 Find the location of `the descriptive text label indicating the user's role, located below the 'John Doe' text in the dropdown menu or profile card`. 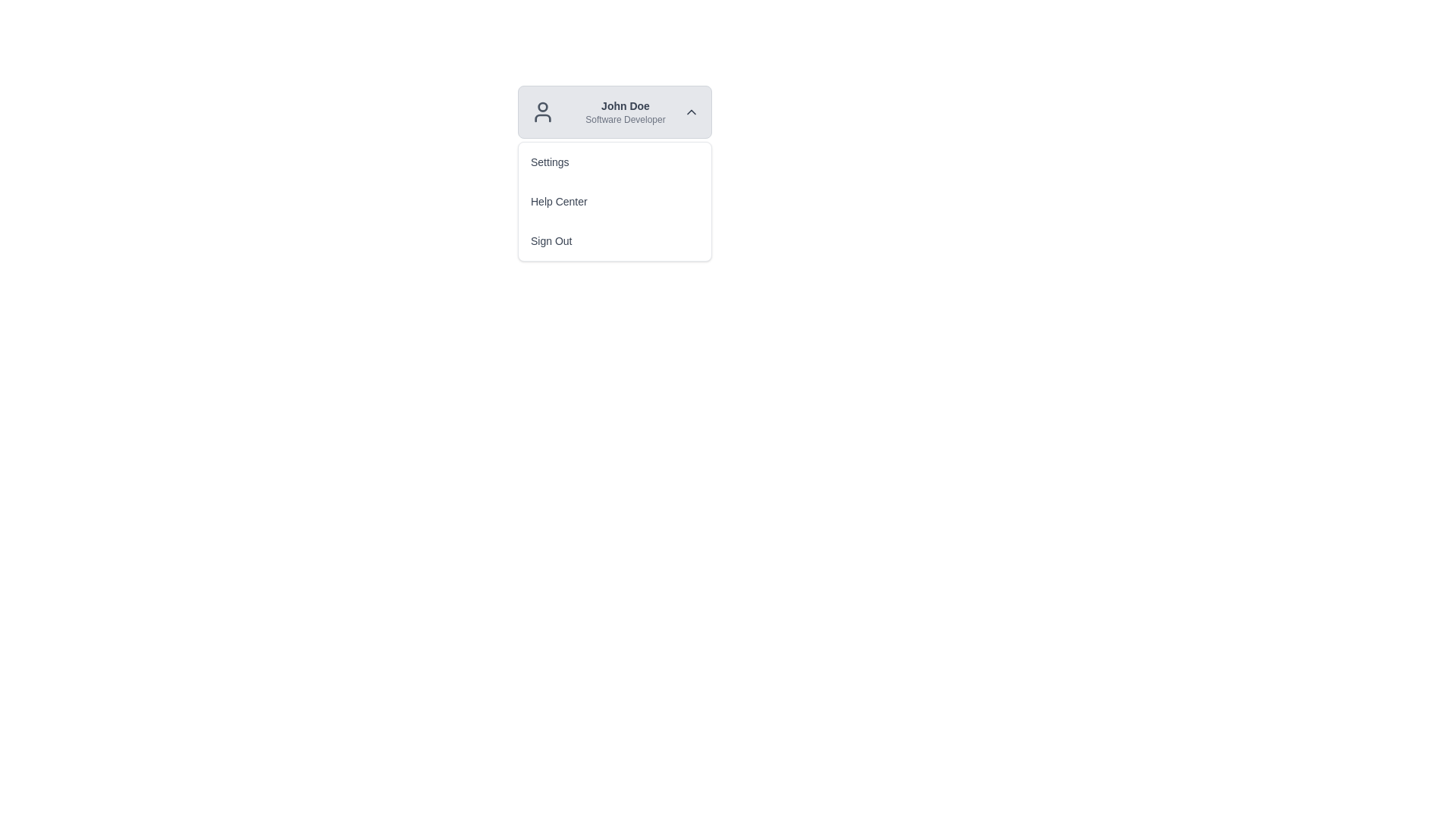

the descriptive text label indicating the user's role, located below the 'John Doe' text in the dropdown menu or profile card is located at coordinates (626, 119).